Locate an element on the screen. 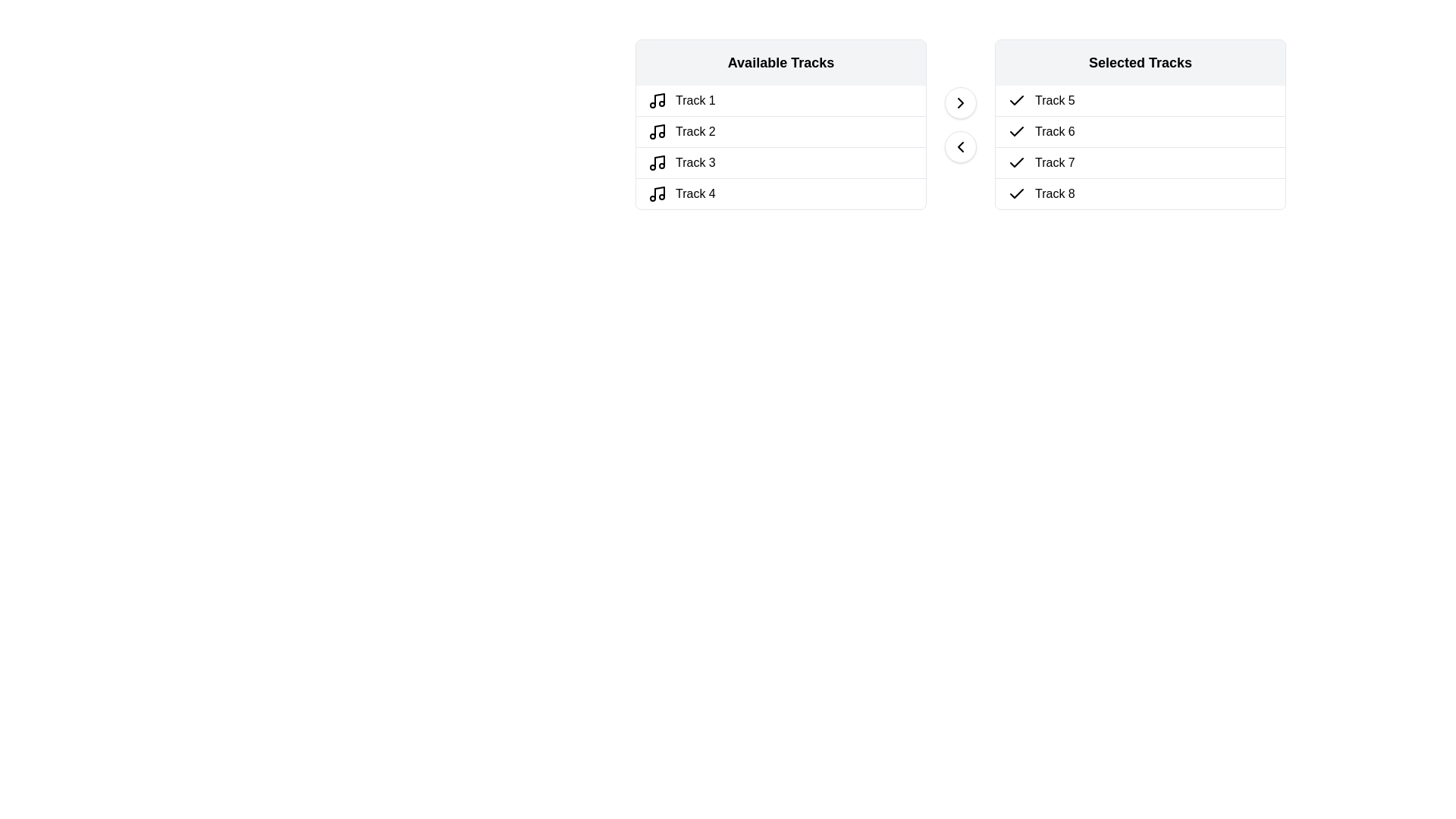 The image size is (1456, 819). the top button in the interactive group that allows transferring items between the 'Available Tracks' and 'Selected Tracks' lists is located at coordinates (960, 124).